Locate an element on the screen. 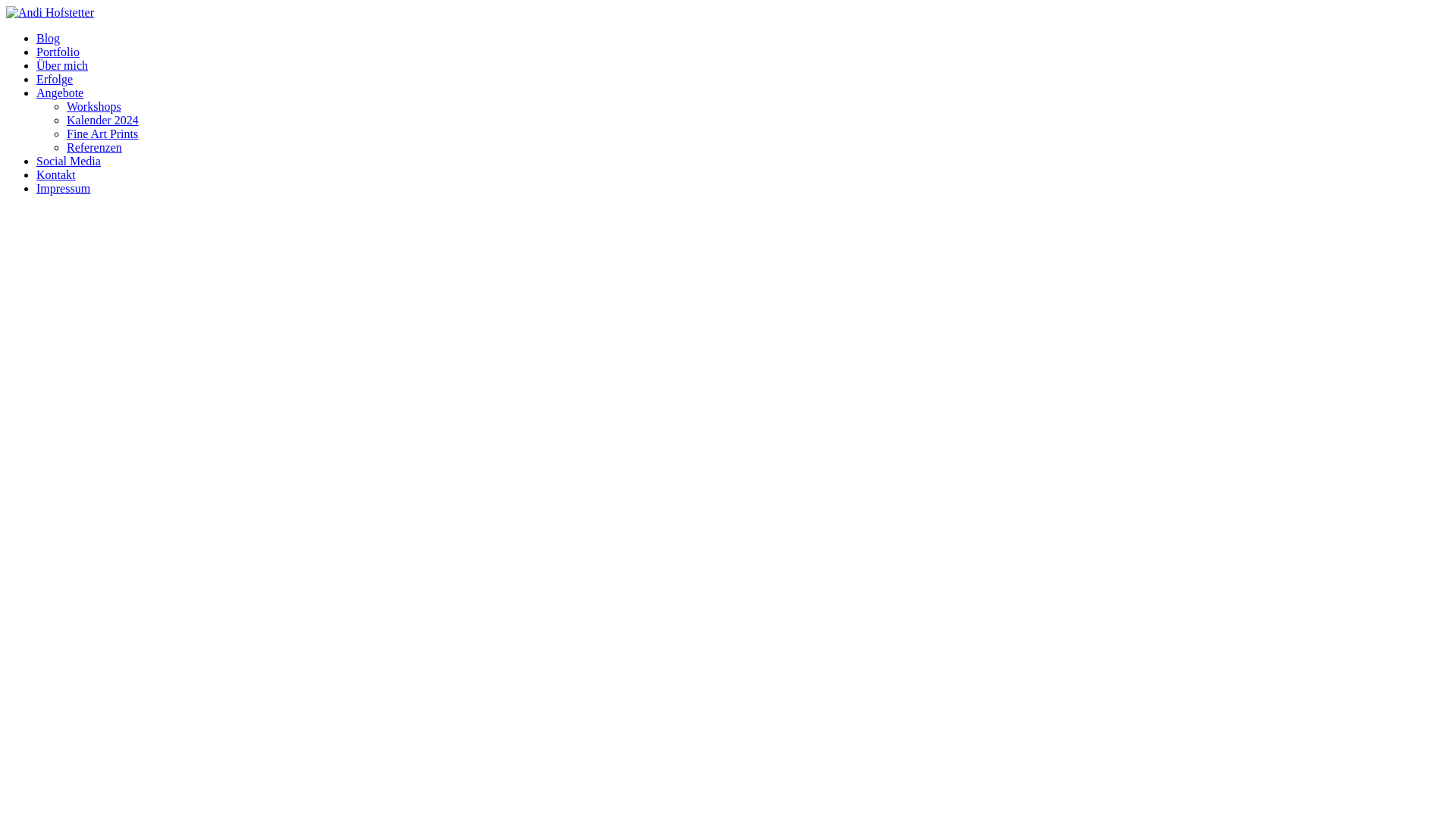 The width and height of the screenshot is (1456, 819). 'Social Media' is located at coordinates (36, 161).